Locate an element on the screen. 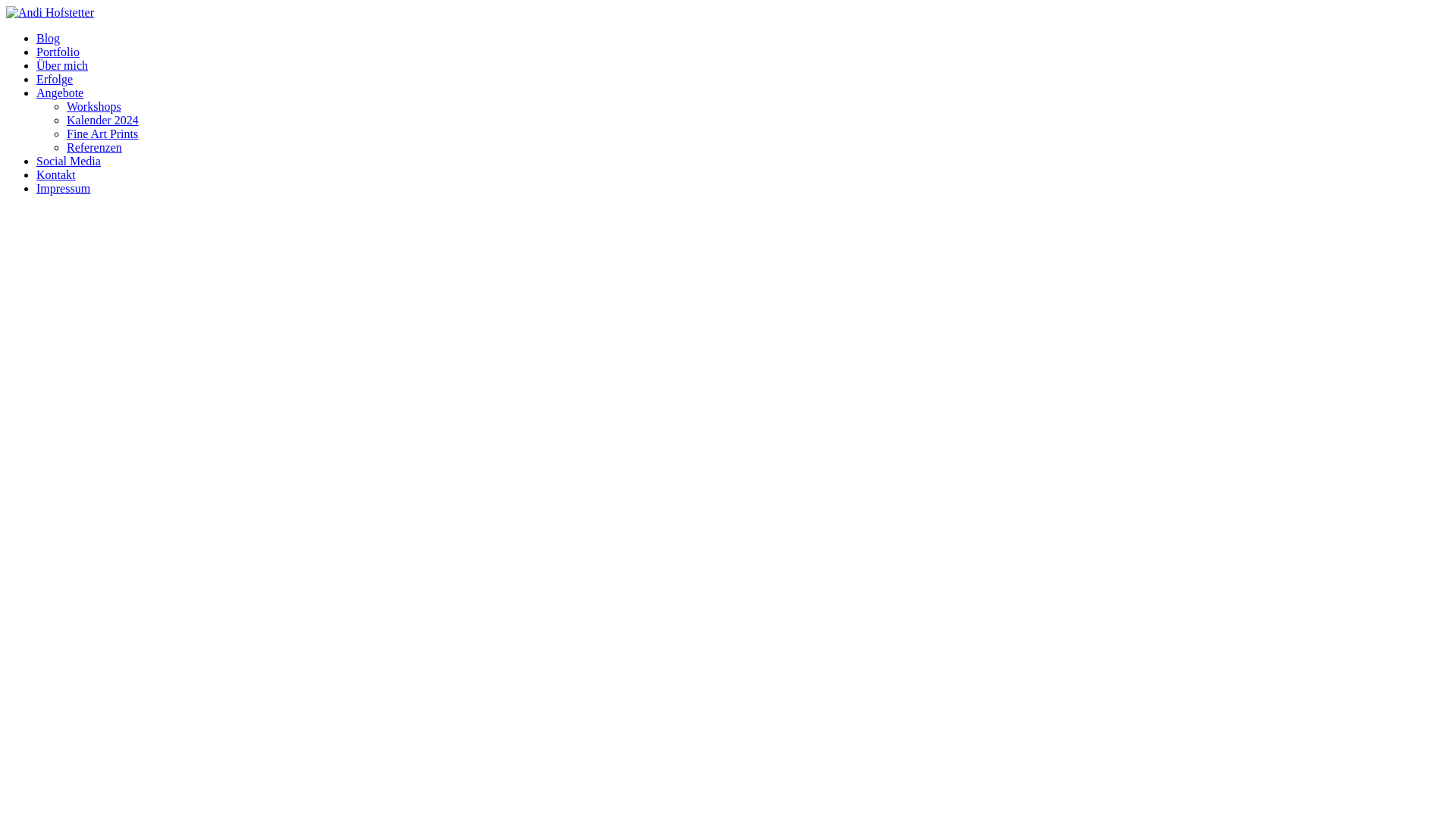 The width and height of the screenshot is (1456, 819). 'Social Media' is located at coordinates (36, 161).